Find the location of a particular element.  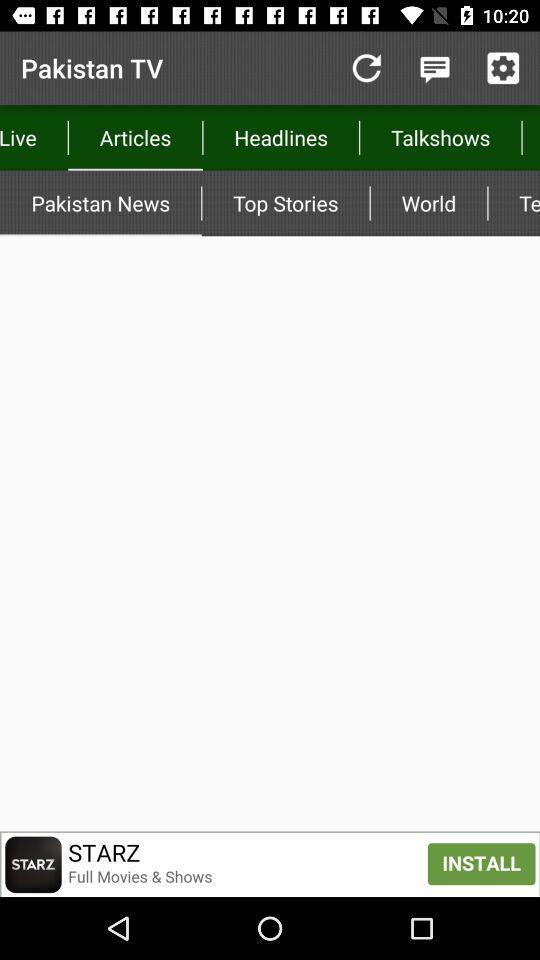

comment is located at coordinates (434, 68).